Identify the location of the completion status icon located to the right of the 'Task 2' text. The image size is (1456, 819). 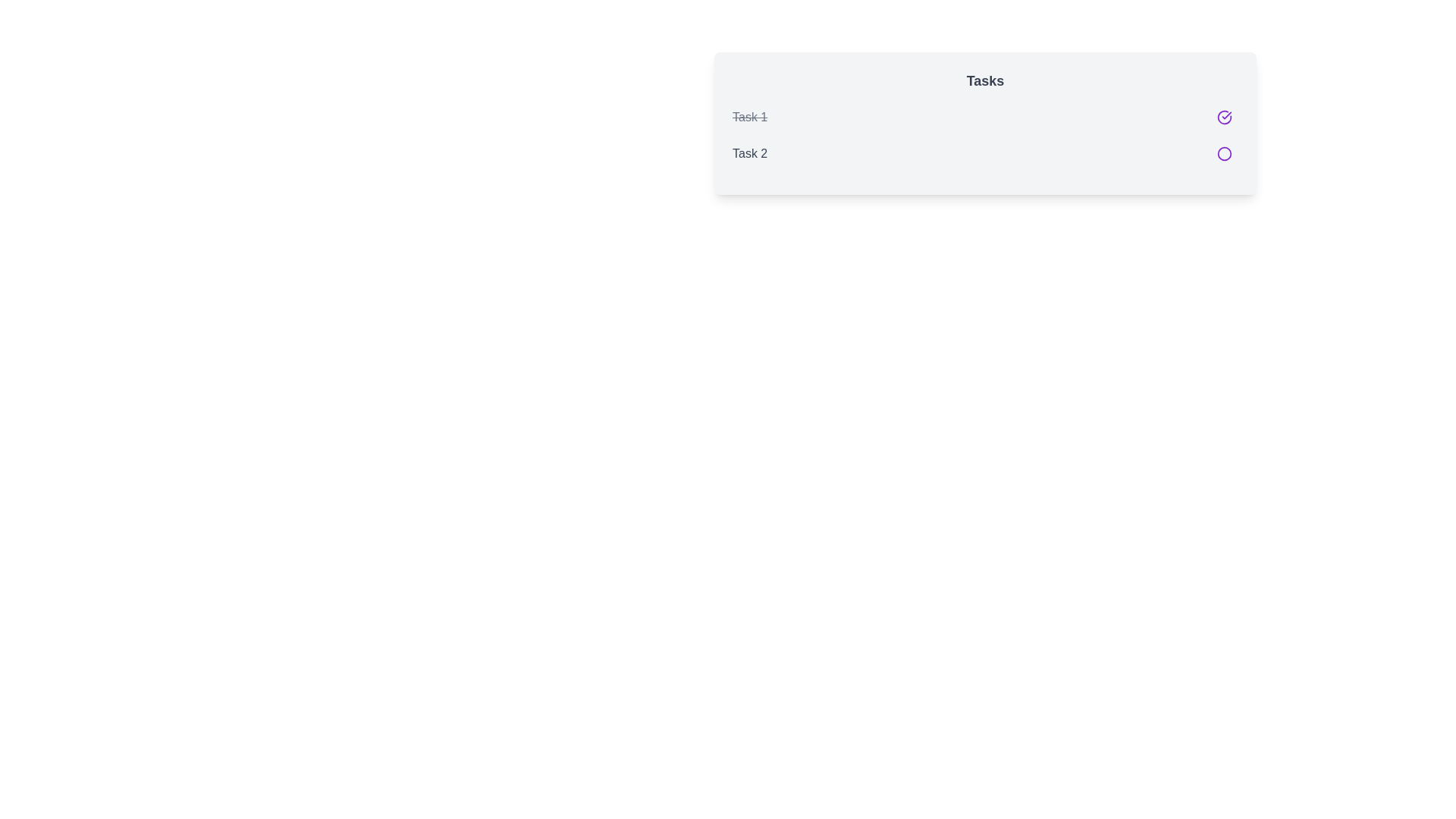
(1224, 116).